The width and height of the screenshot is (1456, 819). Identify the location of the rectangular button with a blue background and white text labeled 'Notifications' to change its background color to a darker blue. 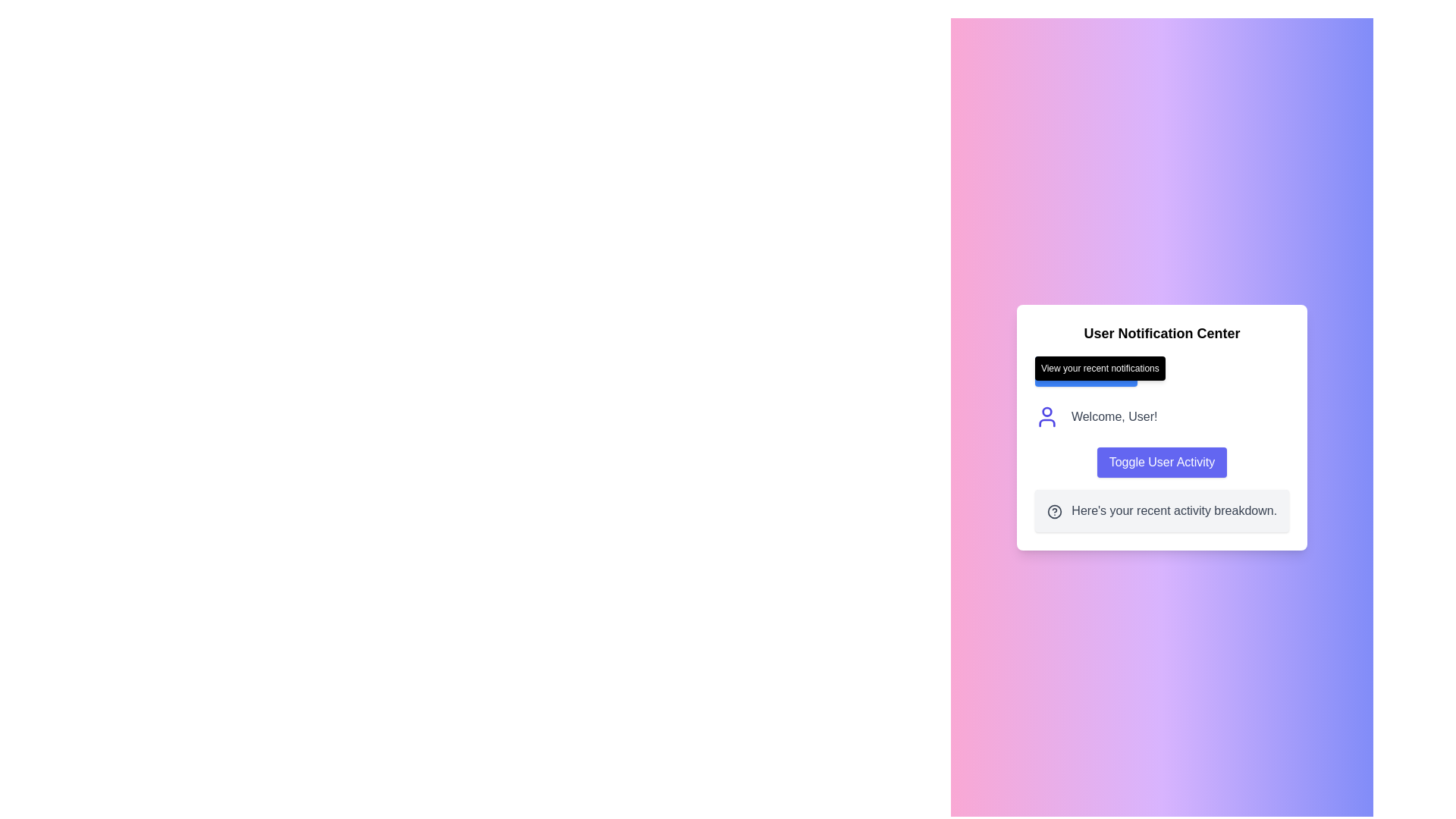
(1085, 371).